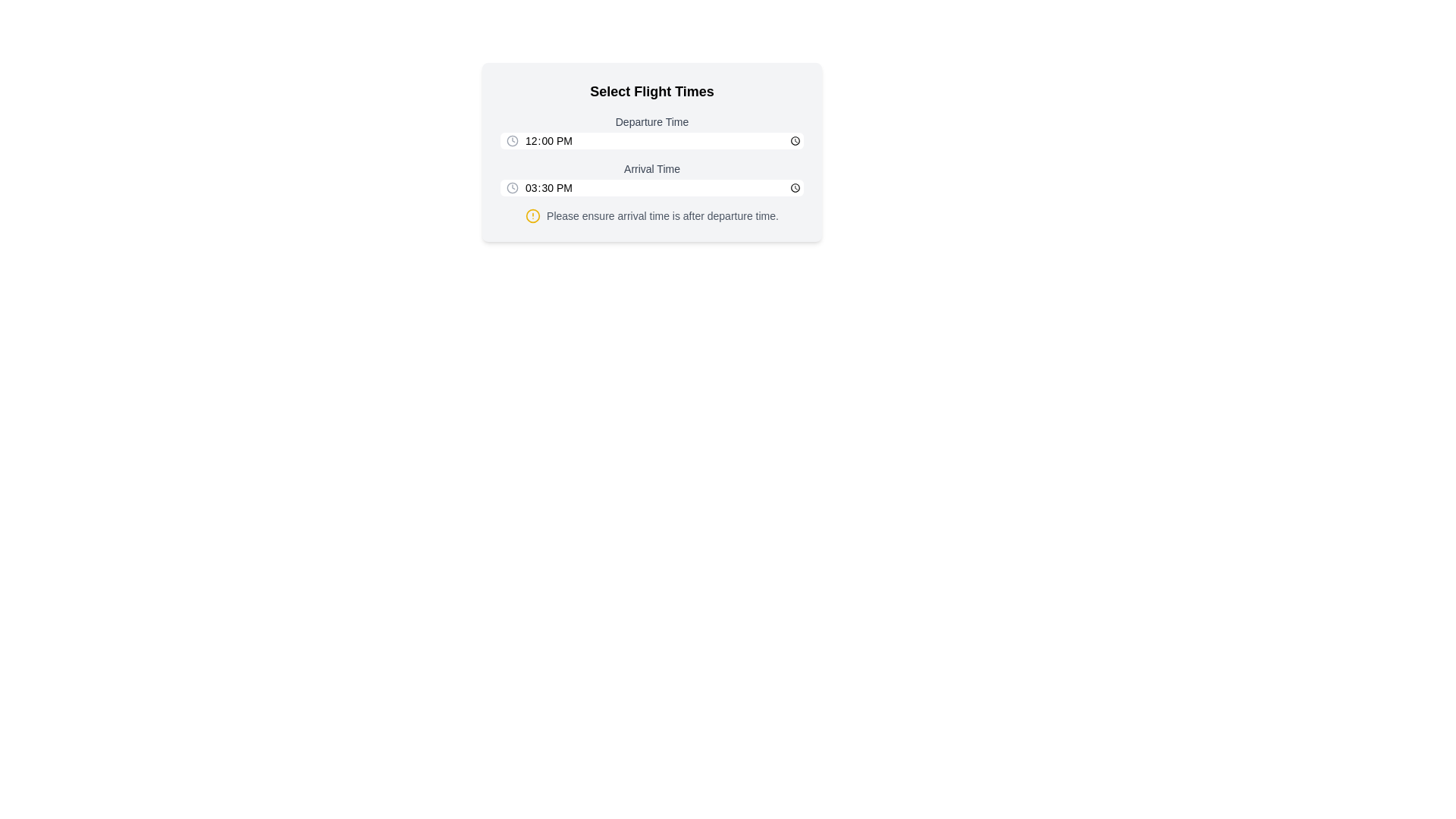  What do you see at coordinates (651, 216) in the screenshot?
I see `the Information message element with a warning icon that reads 'Please ensure arrival time is after departure time.' This element is located beneath the 'Arrival Time' input field in the 'Select Flight Times' card` at bounding box center [651, 216].